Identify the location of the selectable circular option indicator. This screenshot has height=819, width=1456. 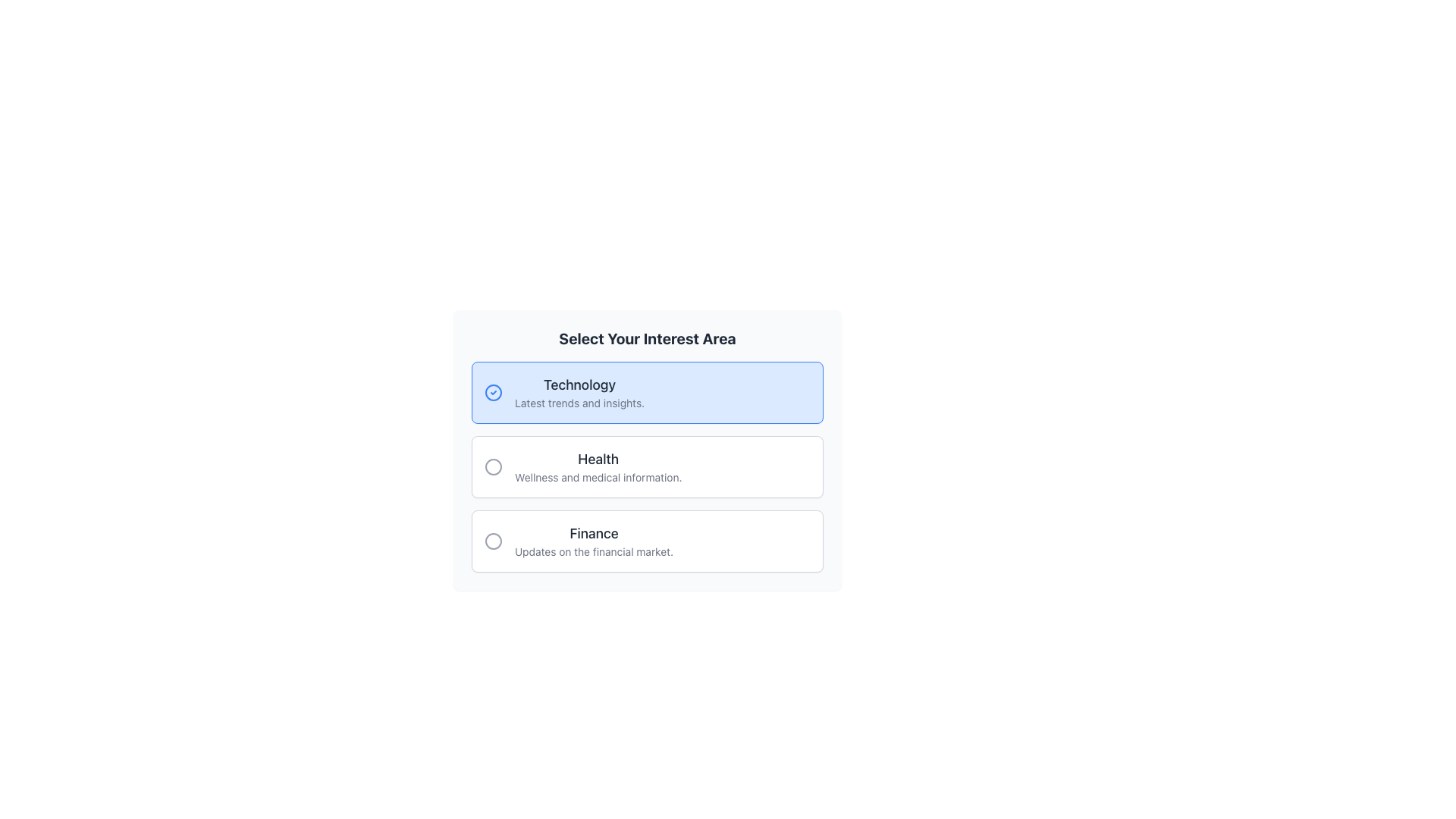
(494, 466).